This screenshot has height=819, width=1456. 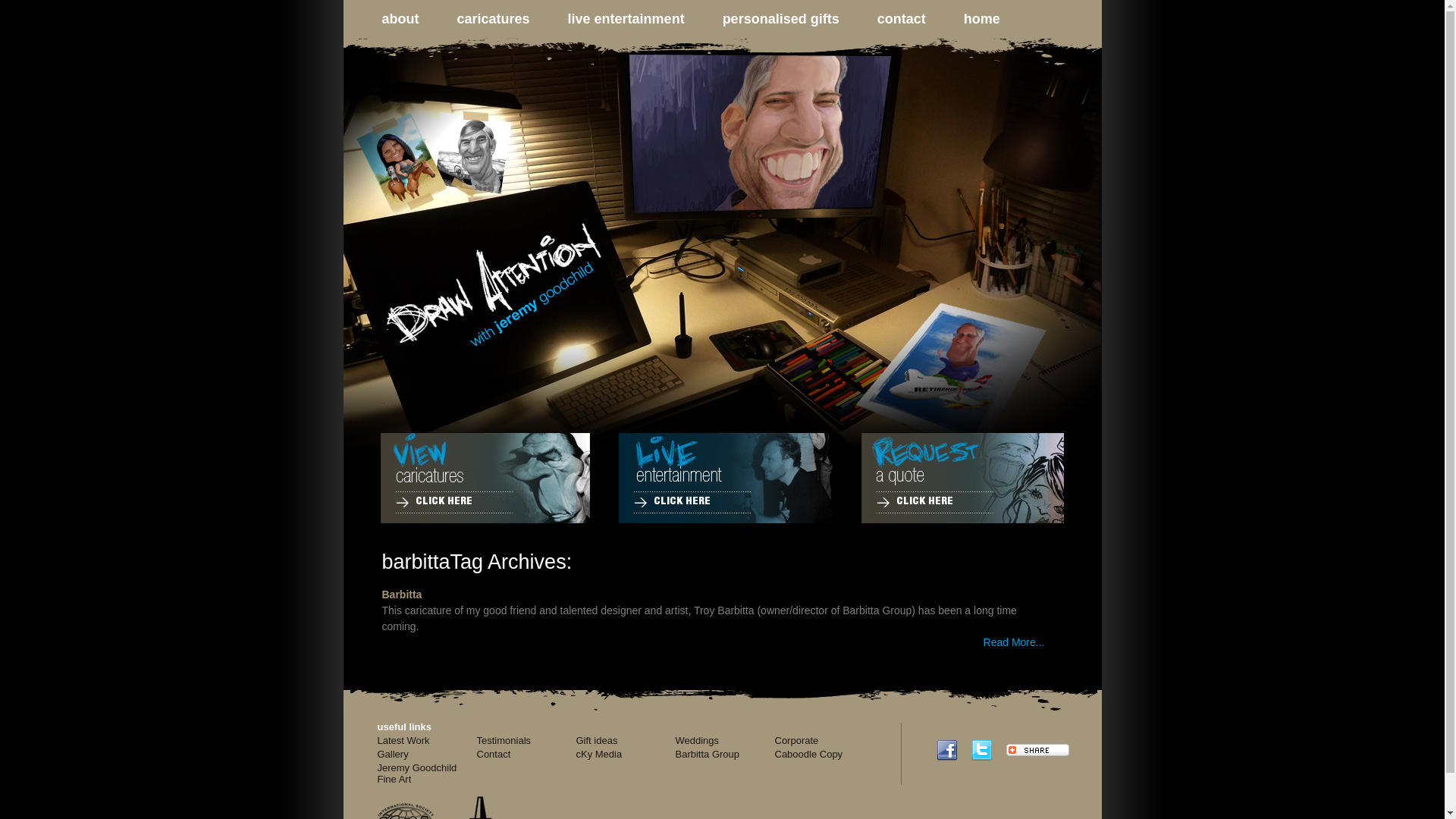 What do you see at coordinates (808, 754) in the screenshot?
I see `'Caboodle Copy'` at bounding box center [808, 754].